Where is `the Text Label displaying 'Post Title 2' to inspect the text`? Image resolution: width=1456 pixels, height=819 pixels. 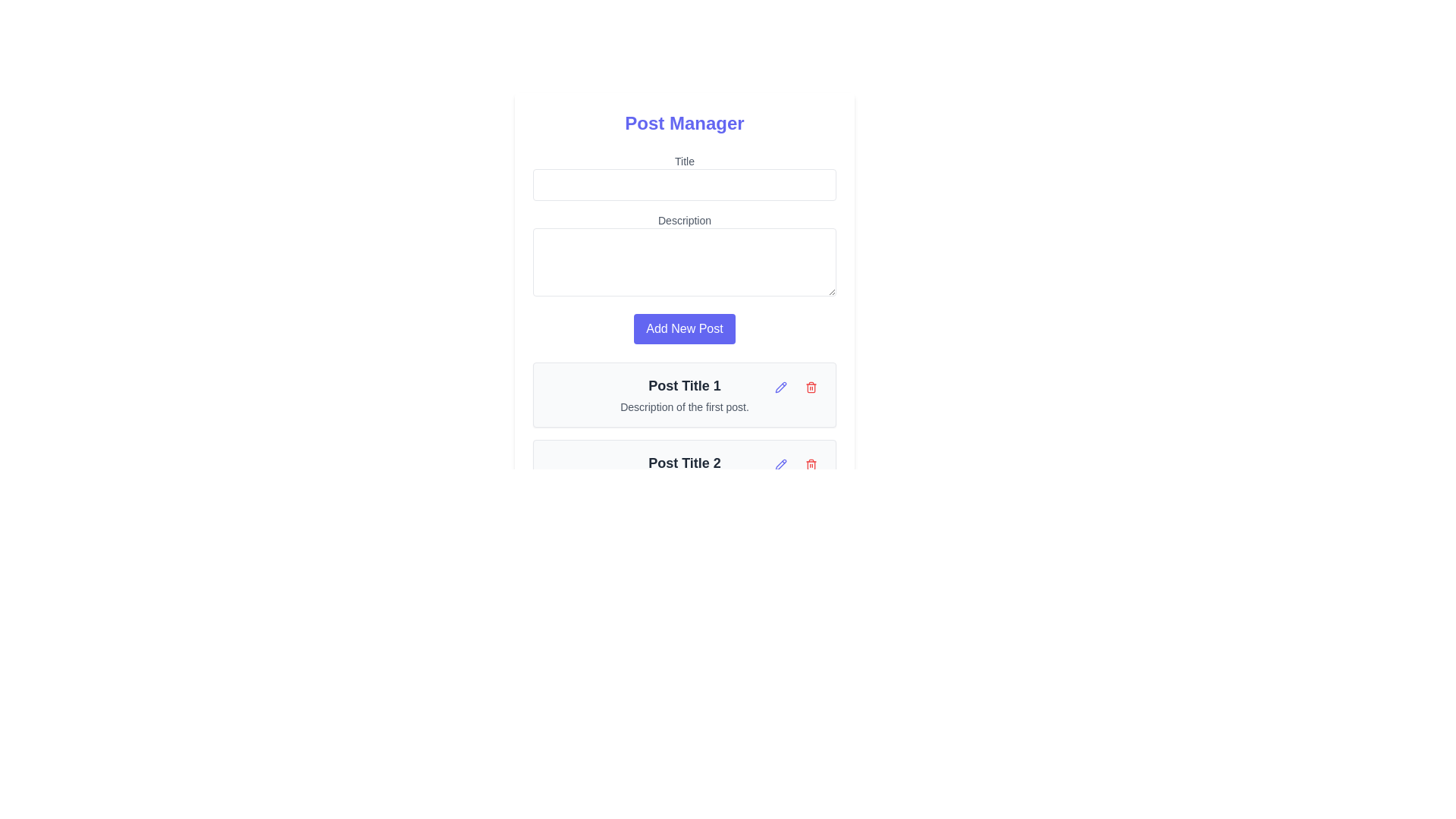
the Text Label displaying 'Post Title 2' to inspect the text is located at coordinates (683, 462).